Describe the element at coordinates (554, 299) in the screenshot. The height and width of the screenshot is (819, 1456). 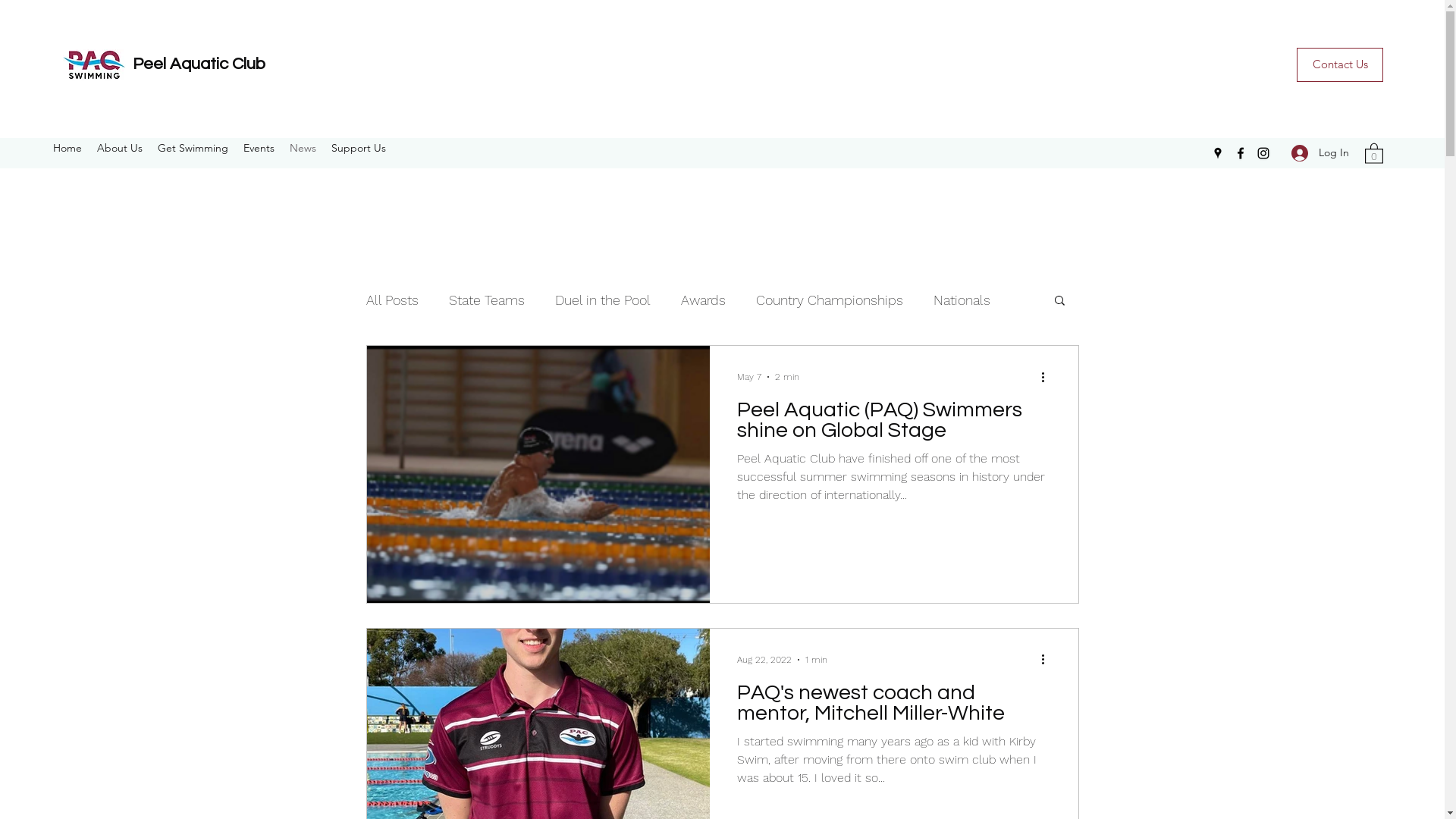
I see `'Duel in the Pool'` at that location.